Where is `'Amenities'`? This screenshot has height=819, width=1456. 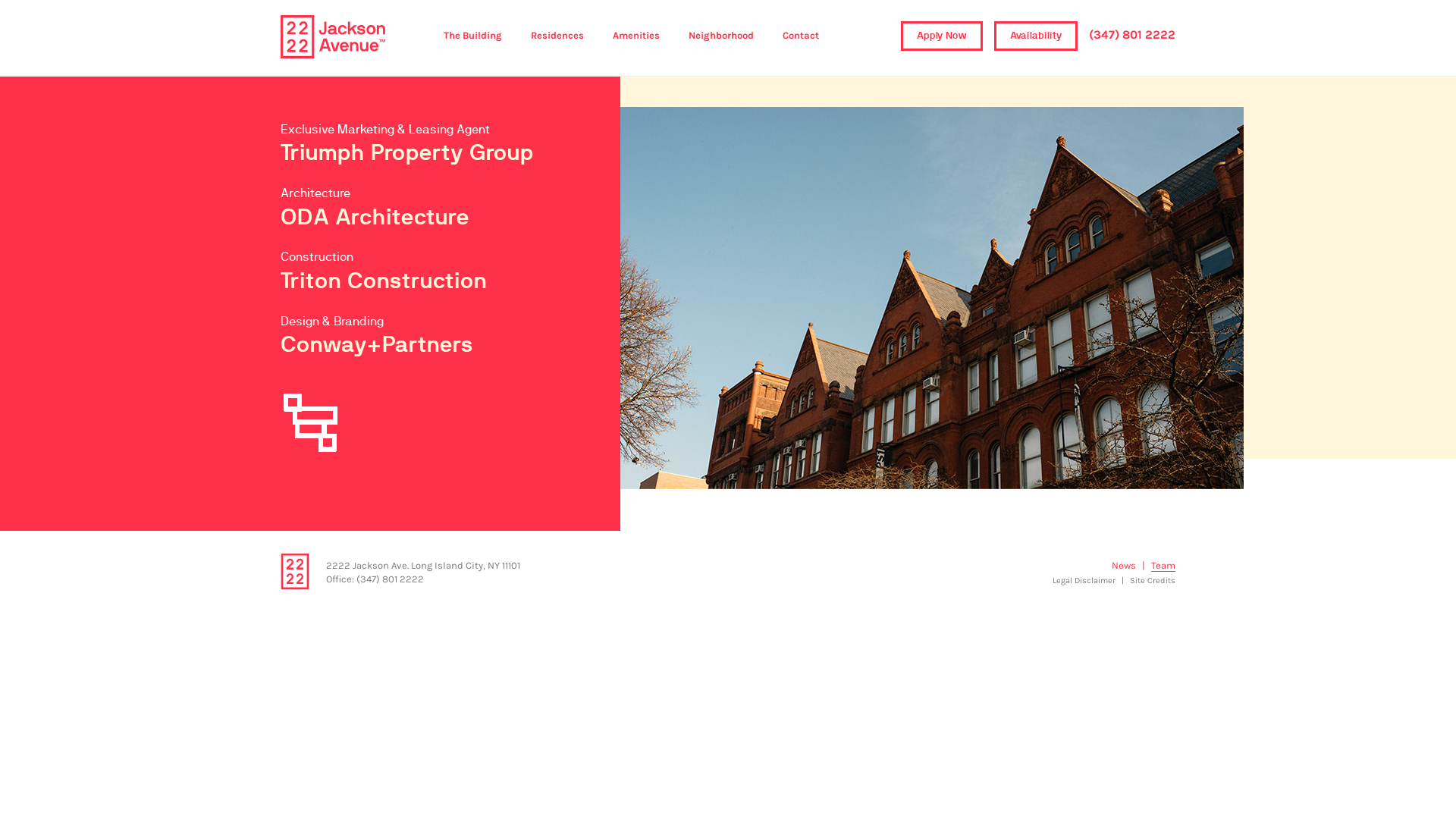
'Amenities' is located at coordinates (612, 34).